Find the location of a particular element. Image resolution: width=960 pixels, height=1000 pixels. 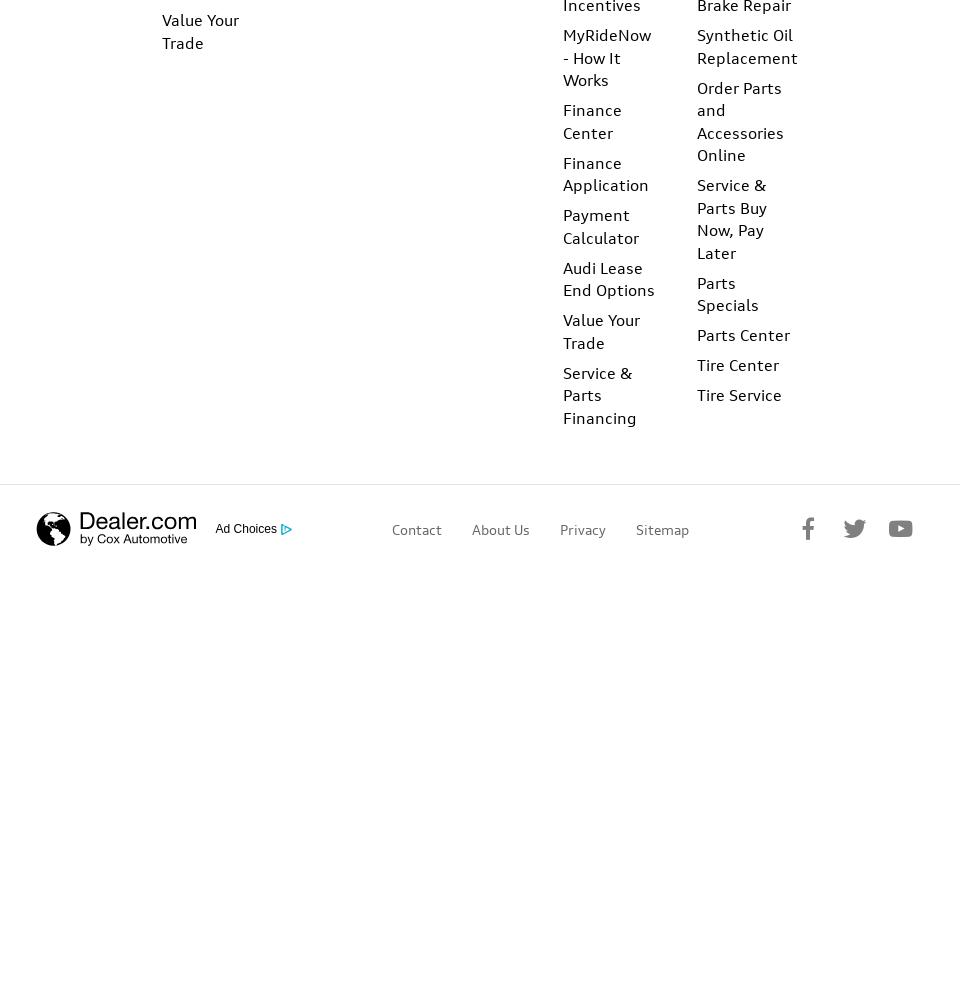

'Parts Center' is located at coordinates (742, 334).